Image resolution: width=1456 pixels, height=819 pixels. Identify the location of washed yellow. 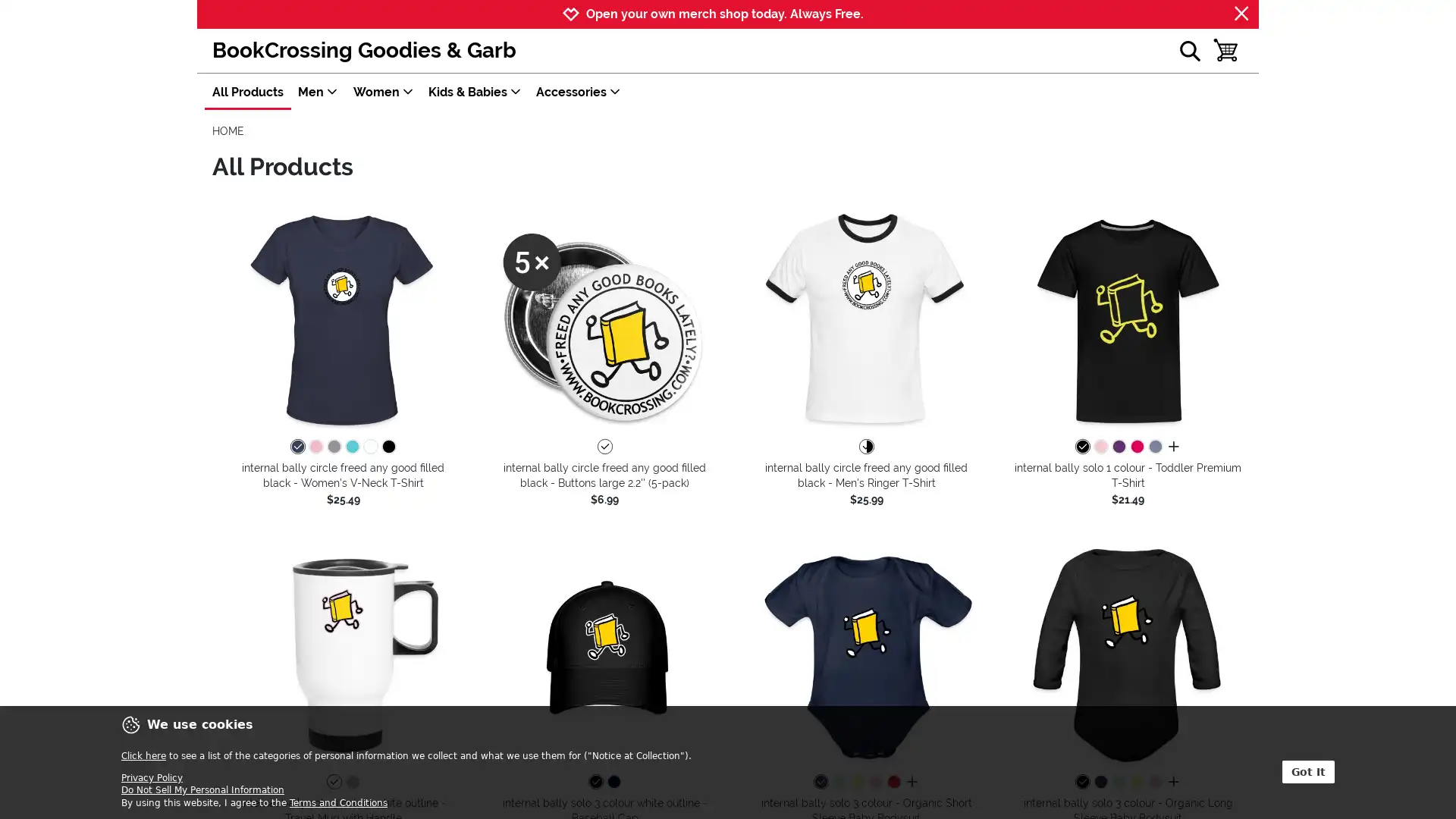
(856, 783).